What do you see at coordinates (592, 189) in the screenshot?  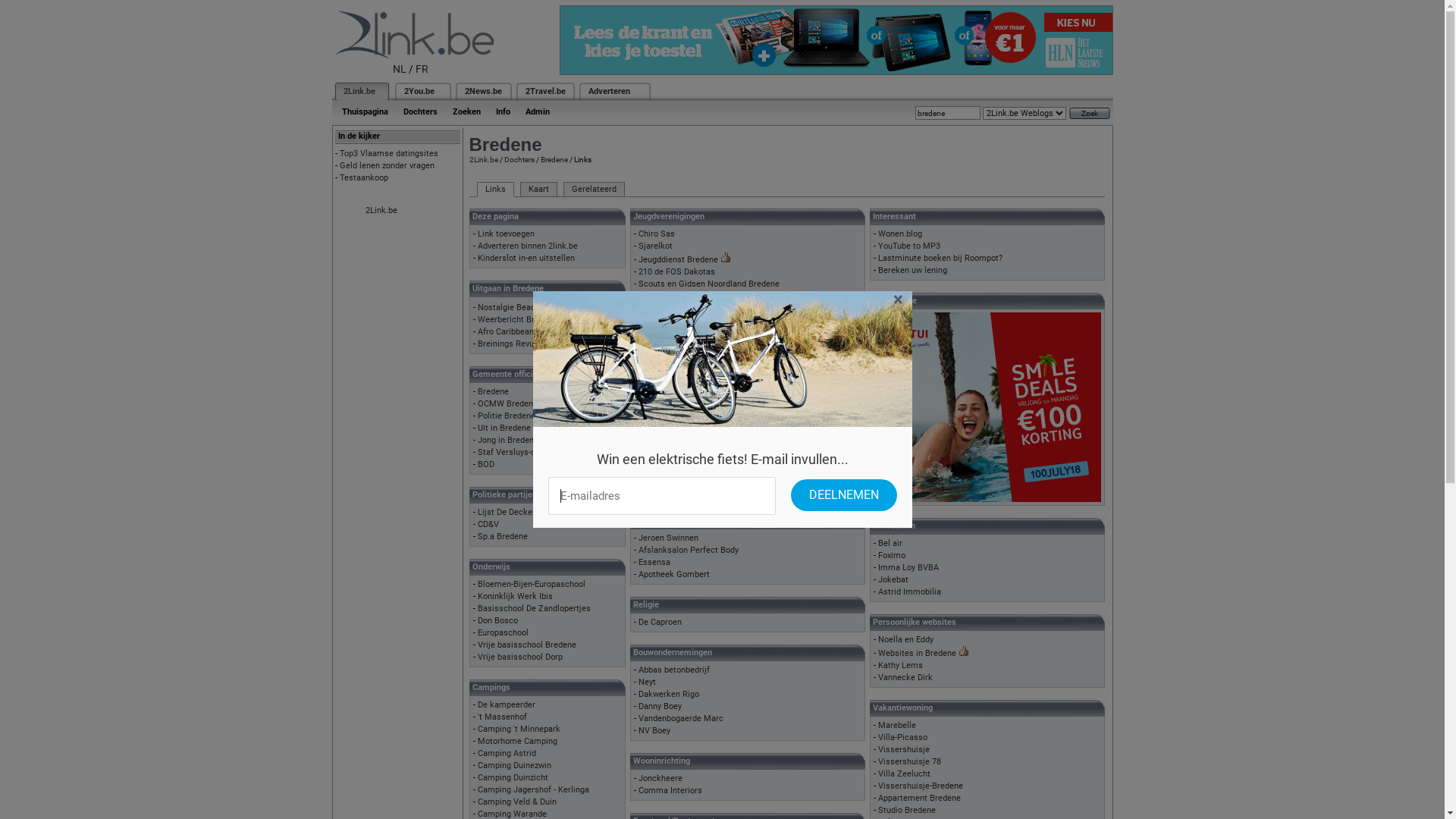 I see `'Gerelateerd'` at bounding box center [592, 189].